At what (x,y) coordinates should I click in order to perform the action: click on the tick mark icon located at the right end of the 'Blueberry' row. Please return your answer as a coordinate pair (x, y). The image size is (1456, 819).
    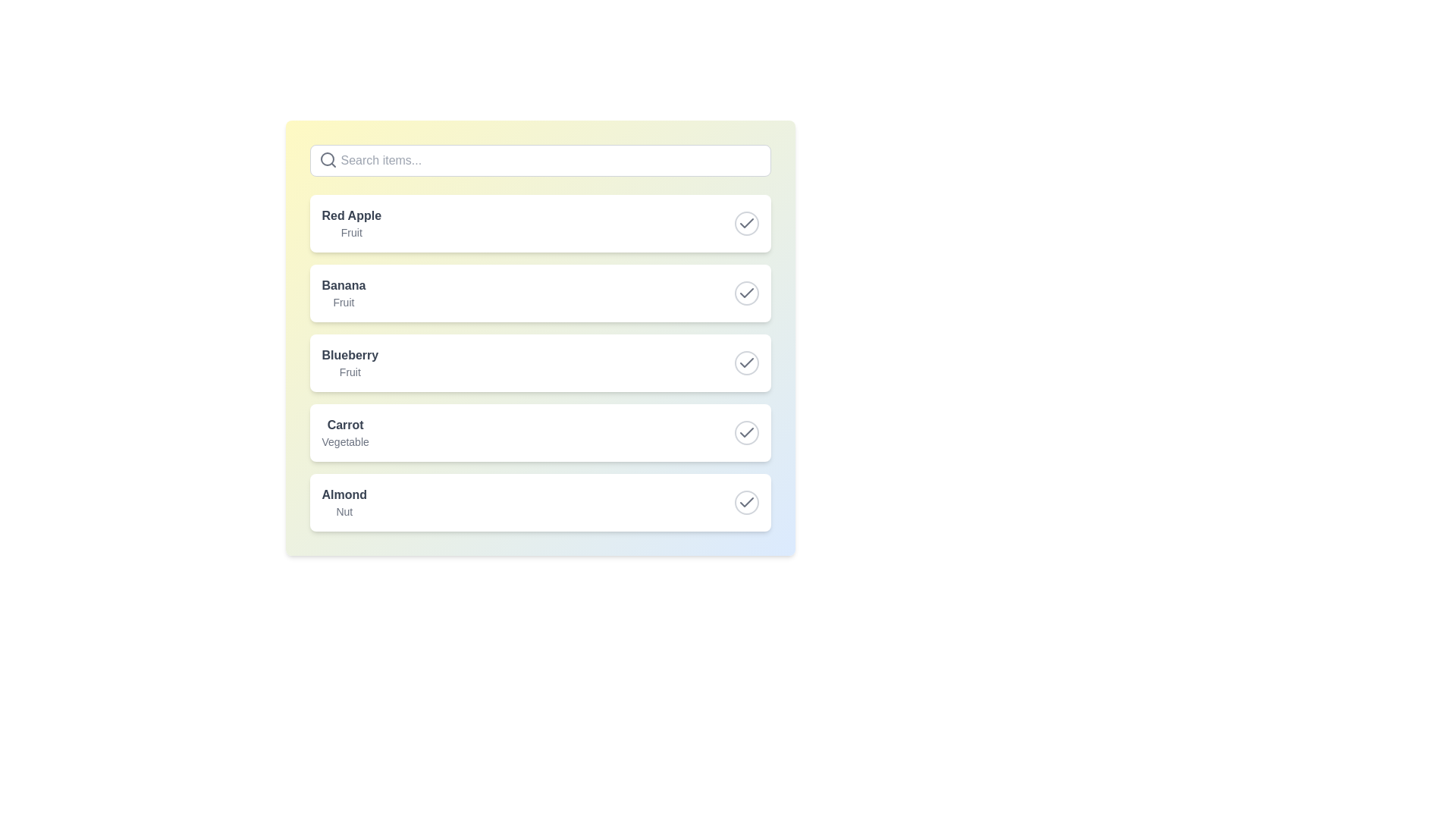
    Looking at the image, I should click on (746, 362).